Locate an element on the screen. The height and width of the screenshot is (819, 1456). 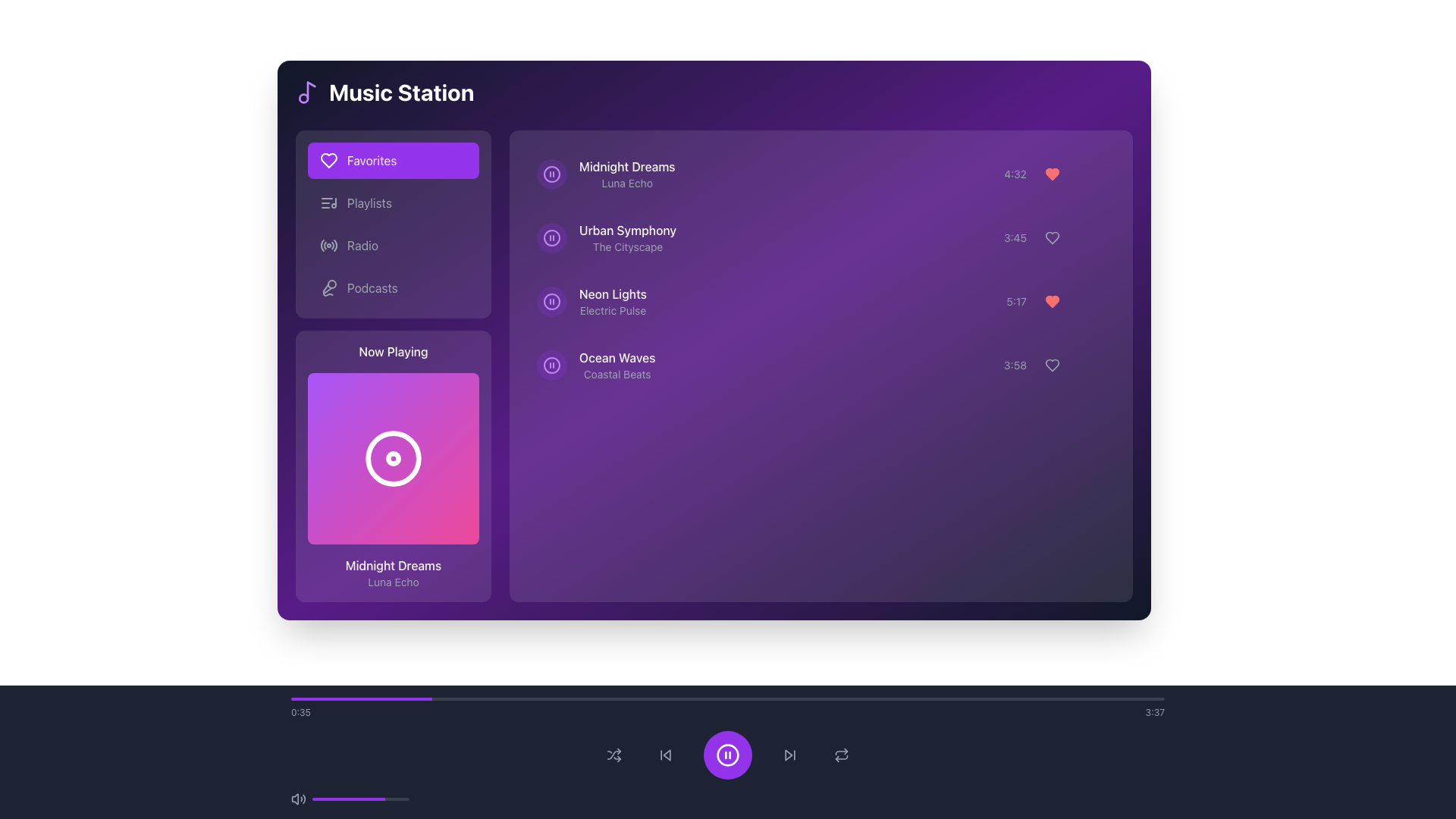
the spinning disc icon styled in white with a circular outline, located in the 'Now Playing' section above the text label 'Midnight Dreams' is located at coordinates (393, 458).